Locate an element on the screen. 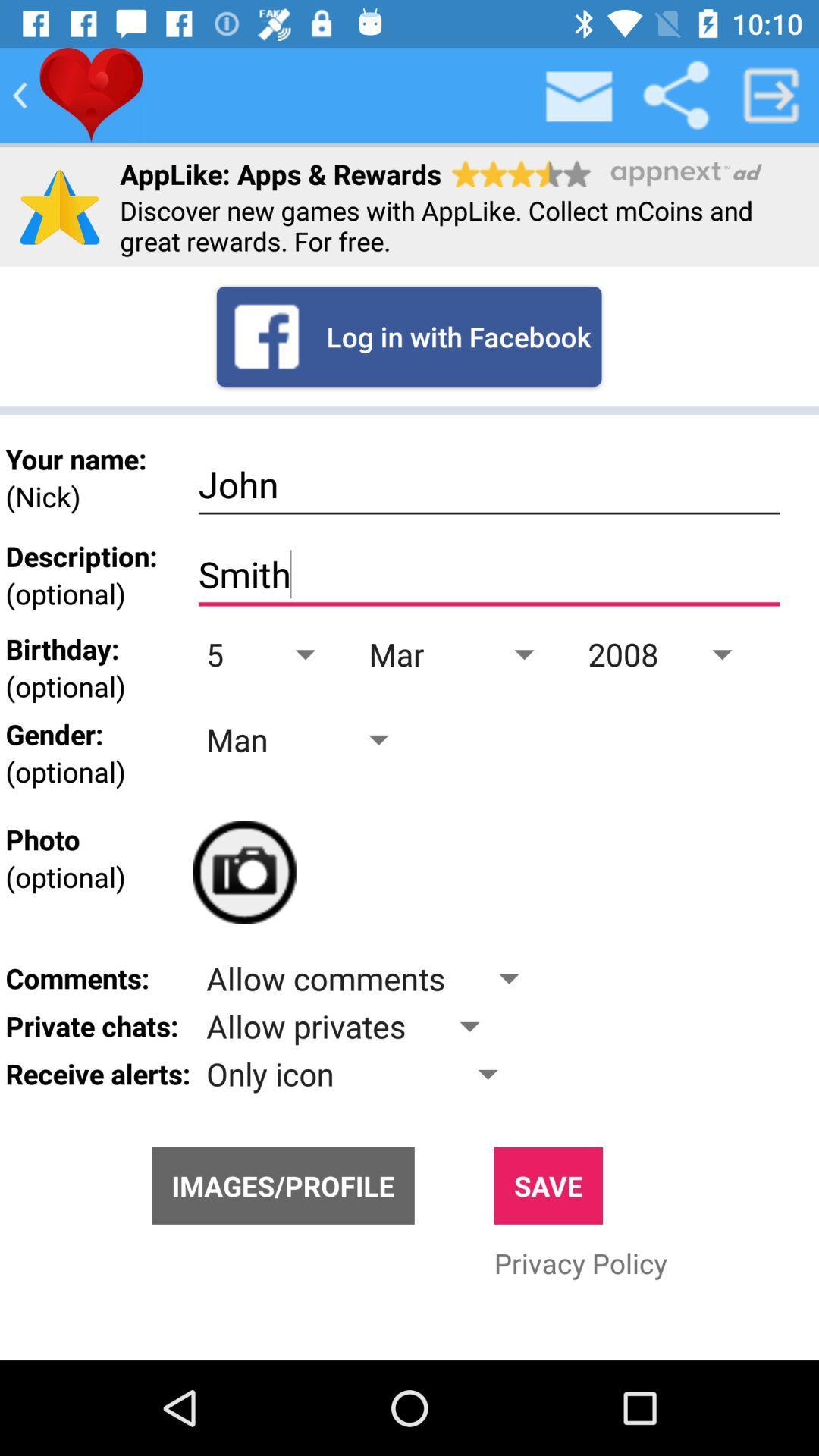  go forward is located at coordinates (771, 94).